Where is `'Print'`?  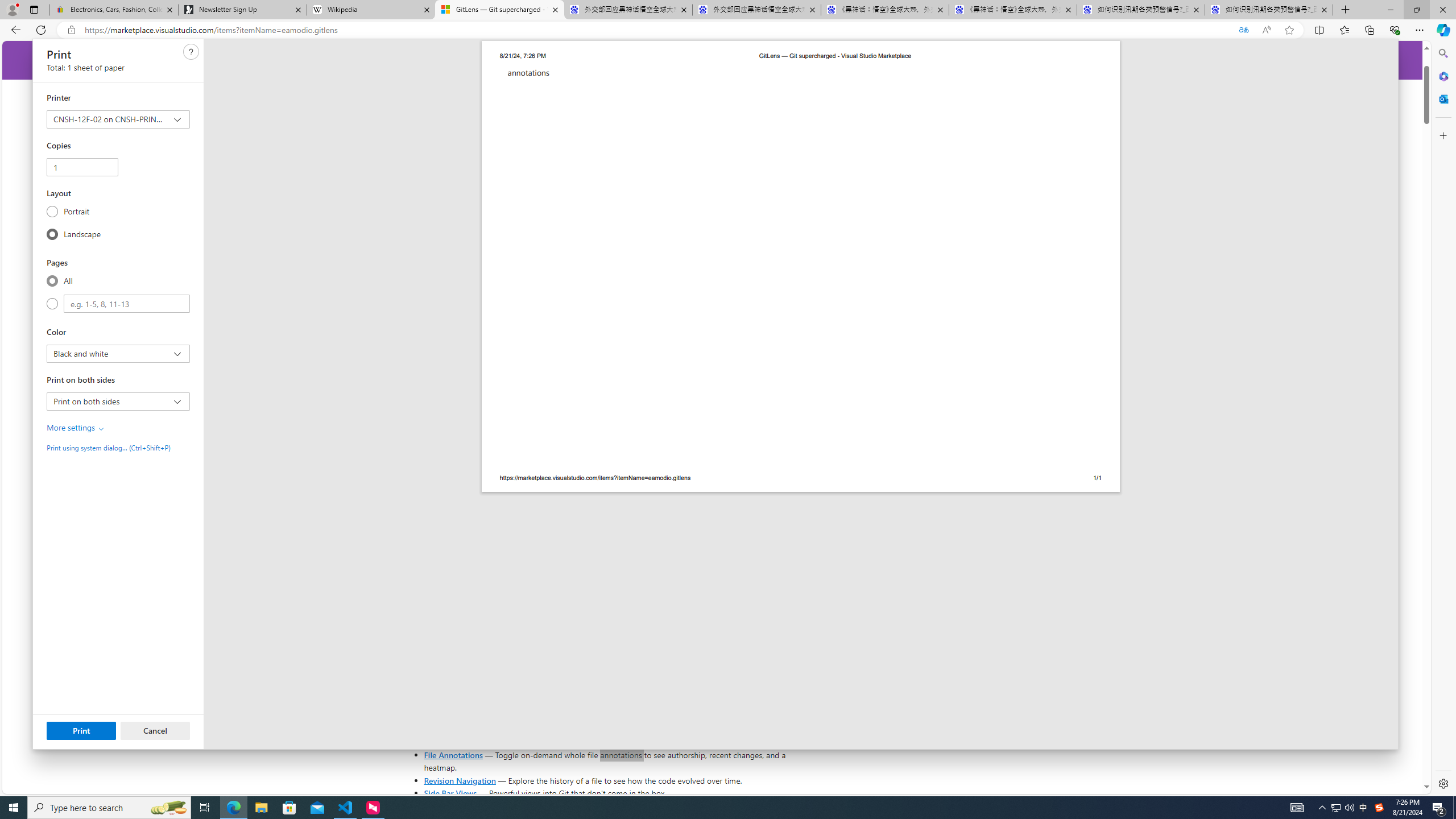
'Print' is located at coordinates (81, 730).